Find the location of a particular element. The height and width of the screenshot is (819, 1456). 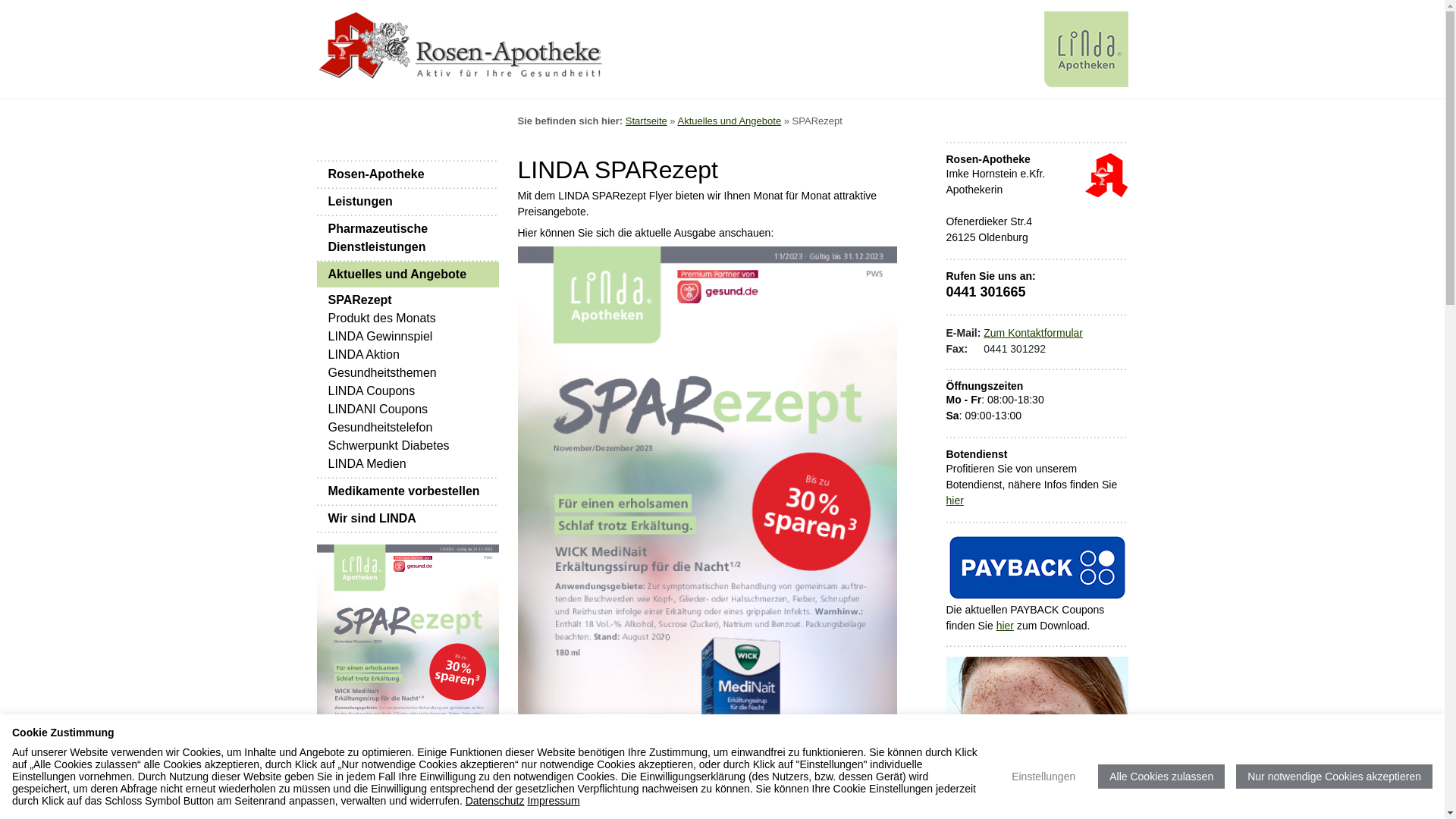

'LINDANI Coupons' is located at coordinates (378, 408).